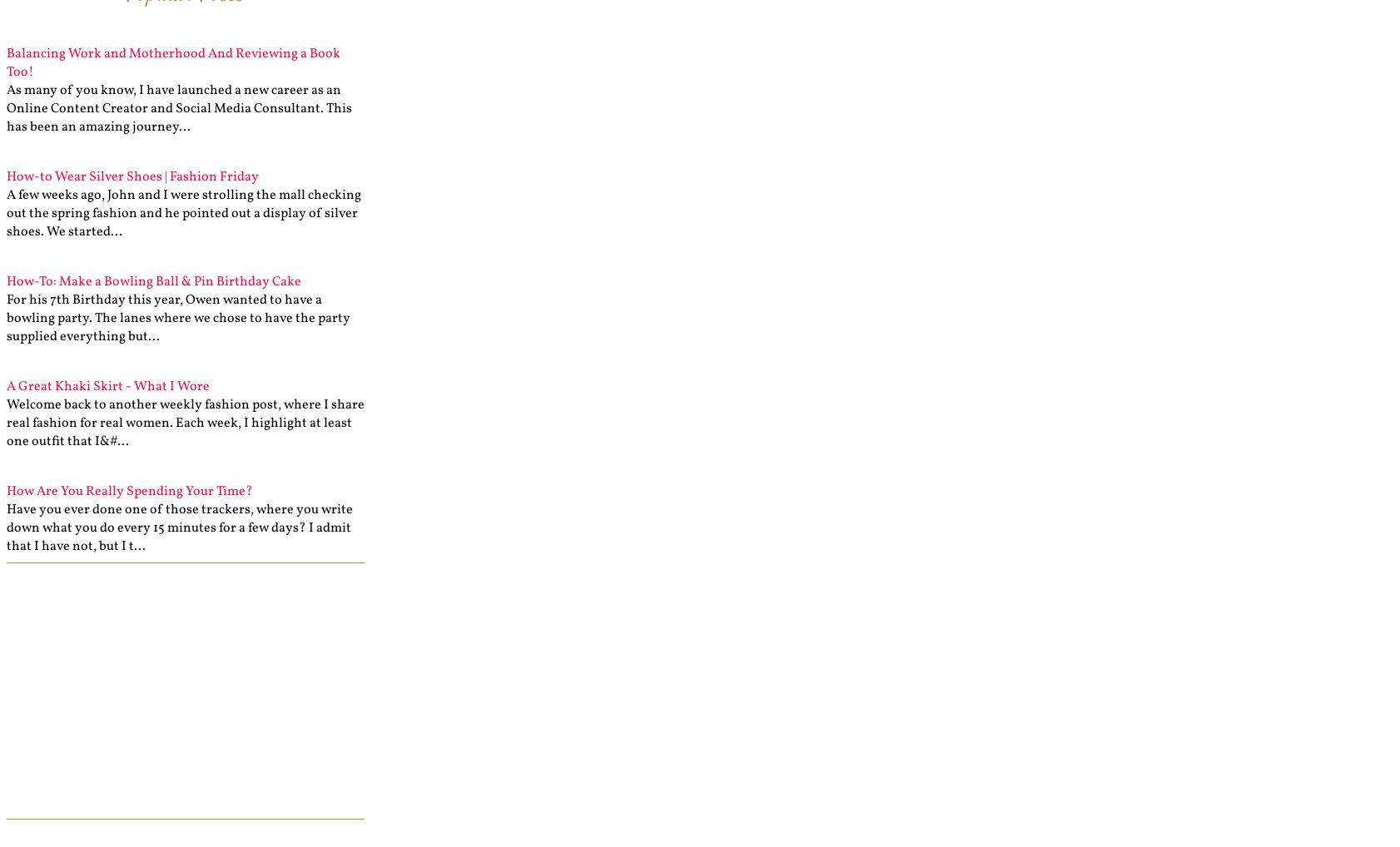  What do you see at coordinates (177, 318) in the screenshot?
I see `'For his 7th Birthday this year, Owen wanted to have a bowling party. The lanes where we chose to have the party supplied everything but...'` at bounding box center [177, 318].